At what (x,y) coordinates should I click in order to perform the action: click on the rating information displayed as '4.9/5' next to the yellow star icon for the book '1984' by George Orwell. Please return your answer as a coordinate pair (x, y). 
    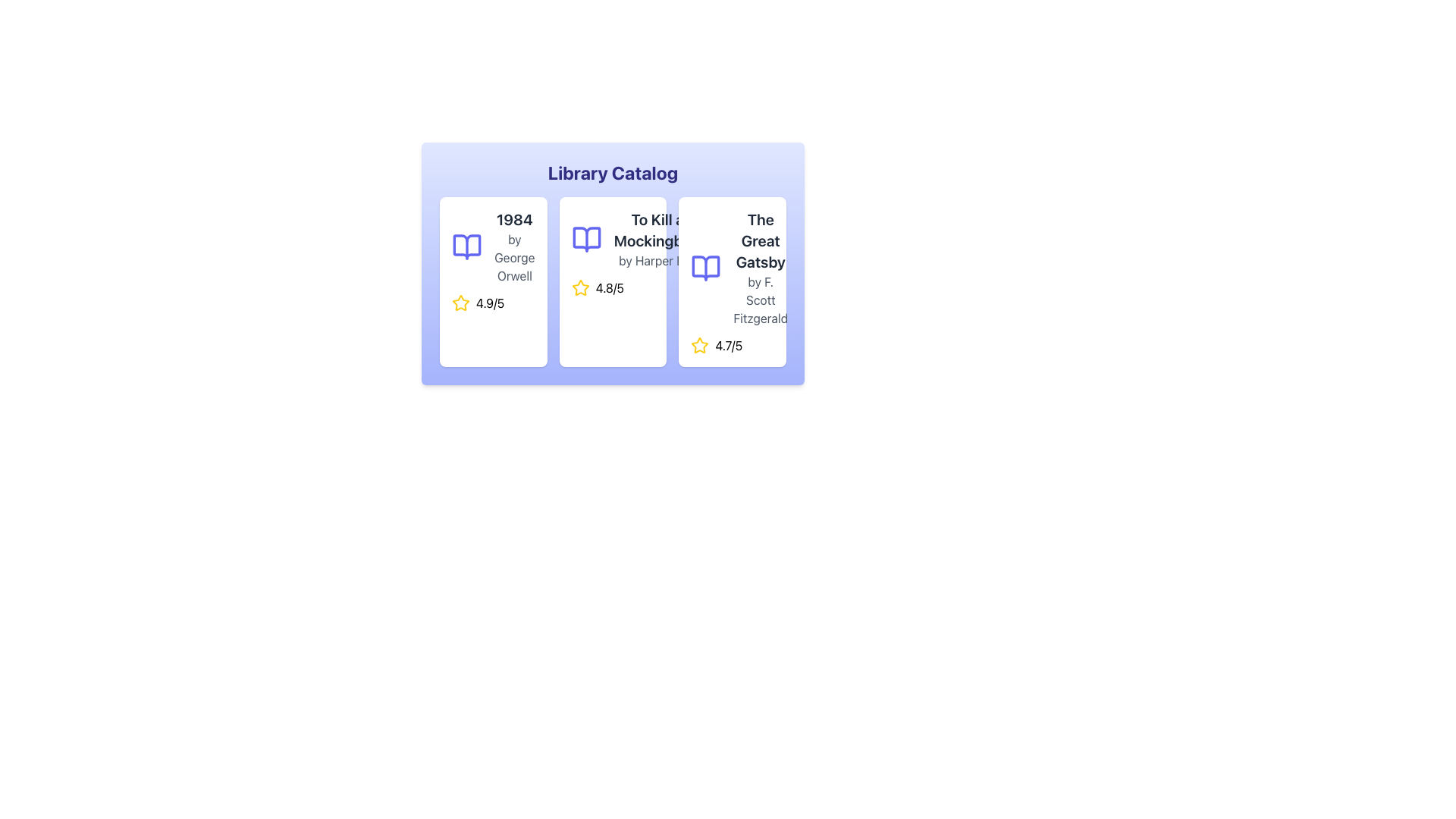
    Looking at the image, I should click on (493, 303).